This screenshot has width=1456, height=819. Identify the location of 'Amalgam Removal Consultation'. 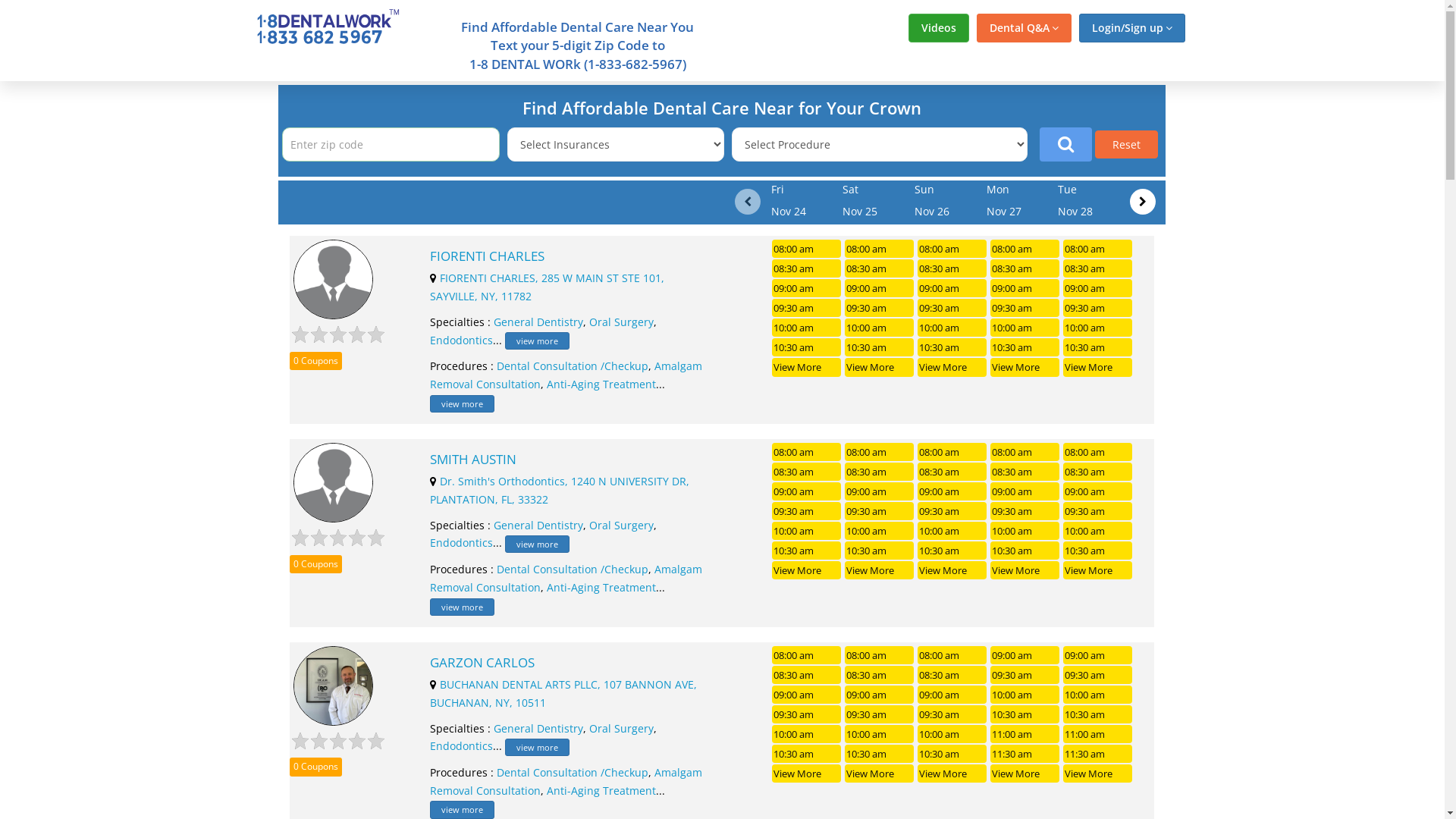
(565, 375).